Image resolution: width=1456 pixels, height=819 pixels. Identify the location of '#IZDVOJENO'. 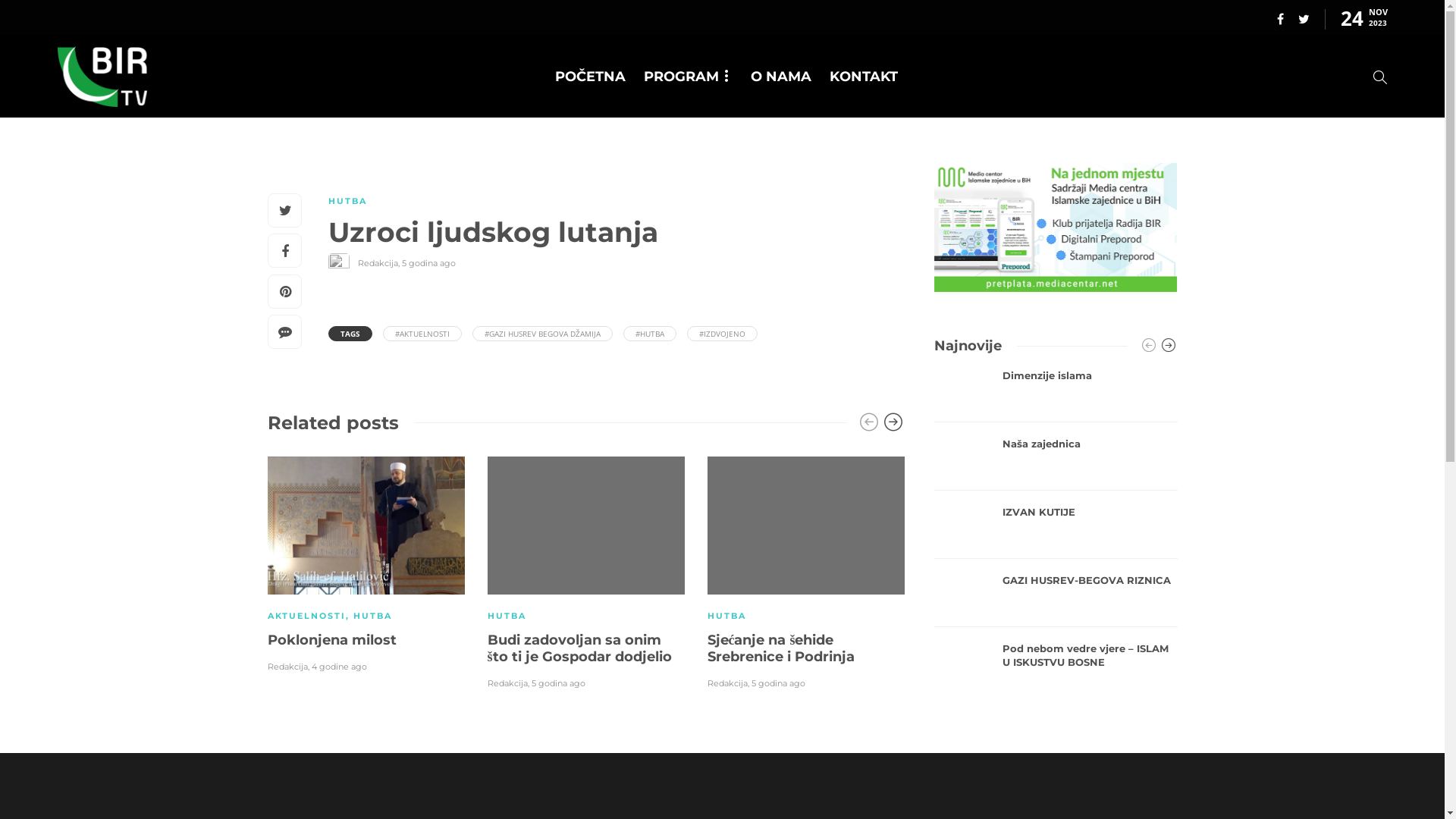
(721, 332).